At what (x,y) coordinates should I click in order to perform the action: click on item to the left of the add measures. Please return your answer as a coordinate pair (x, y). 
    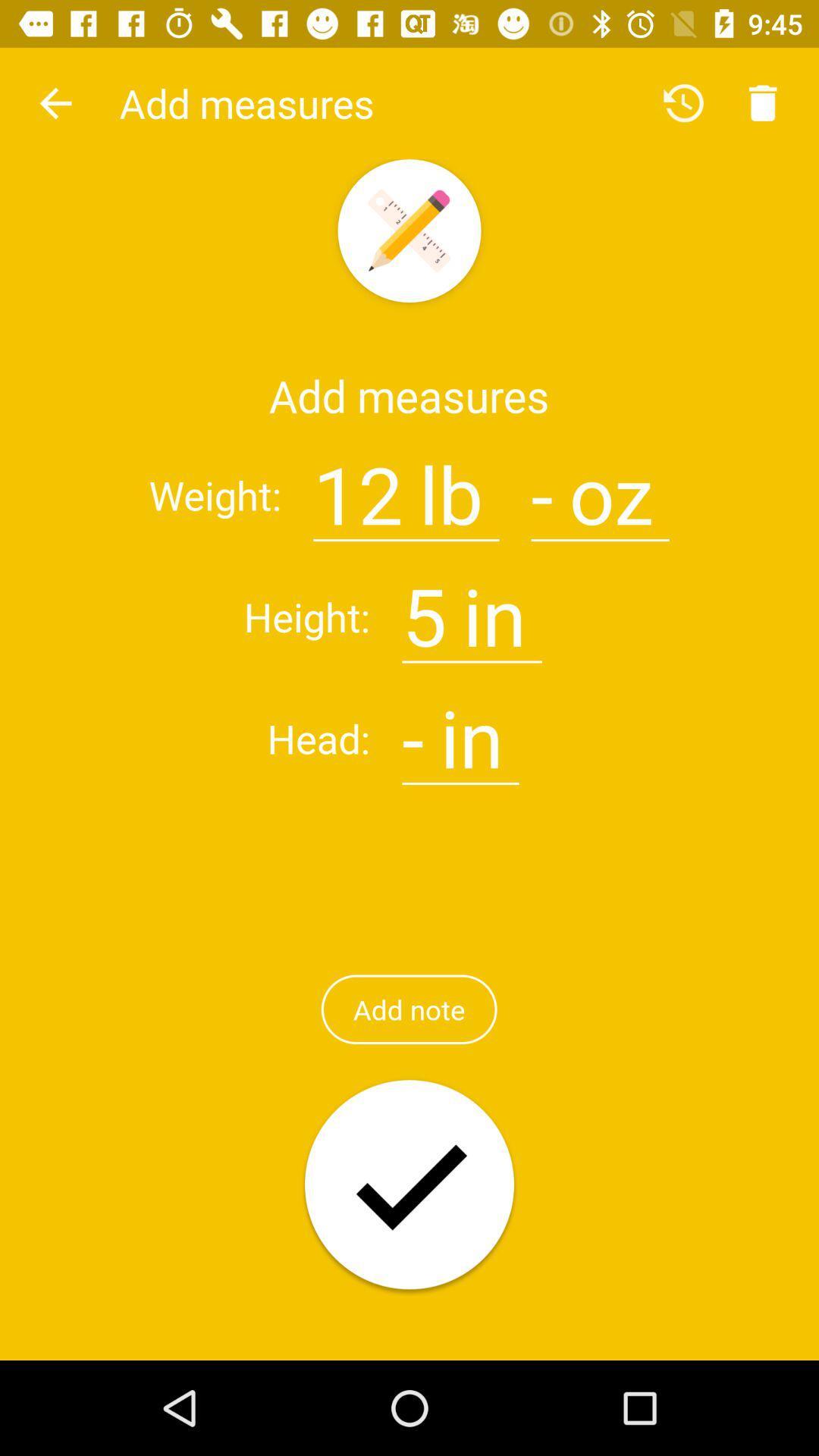
    Looking at the image, I should click on (55, 102).